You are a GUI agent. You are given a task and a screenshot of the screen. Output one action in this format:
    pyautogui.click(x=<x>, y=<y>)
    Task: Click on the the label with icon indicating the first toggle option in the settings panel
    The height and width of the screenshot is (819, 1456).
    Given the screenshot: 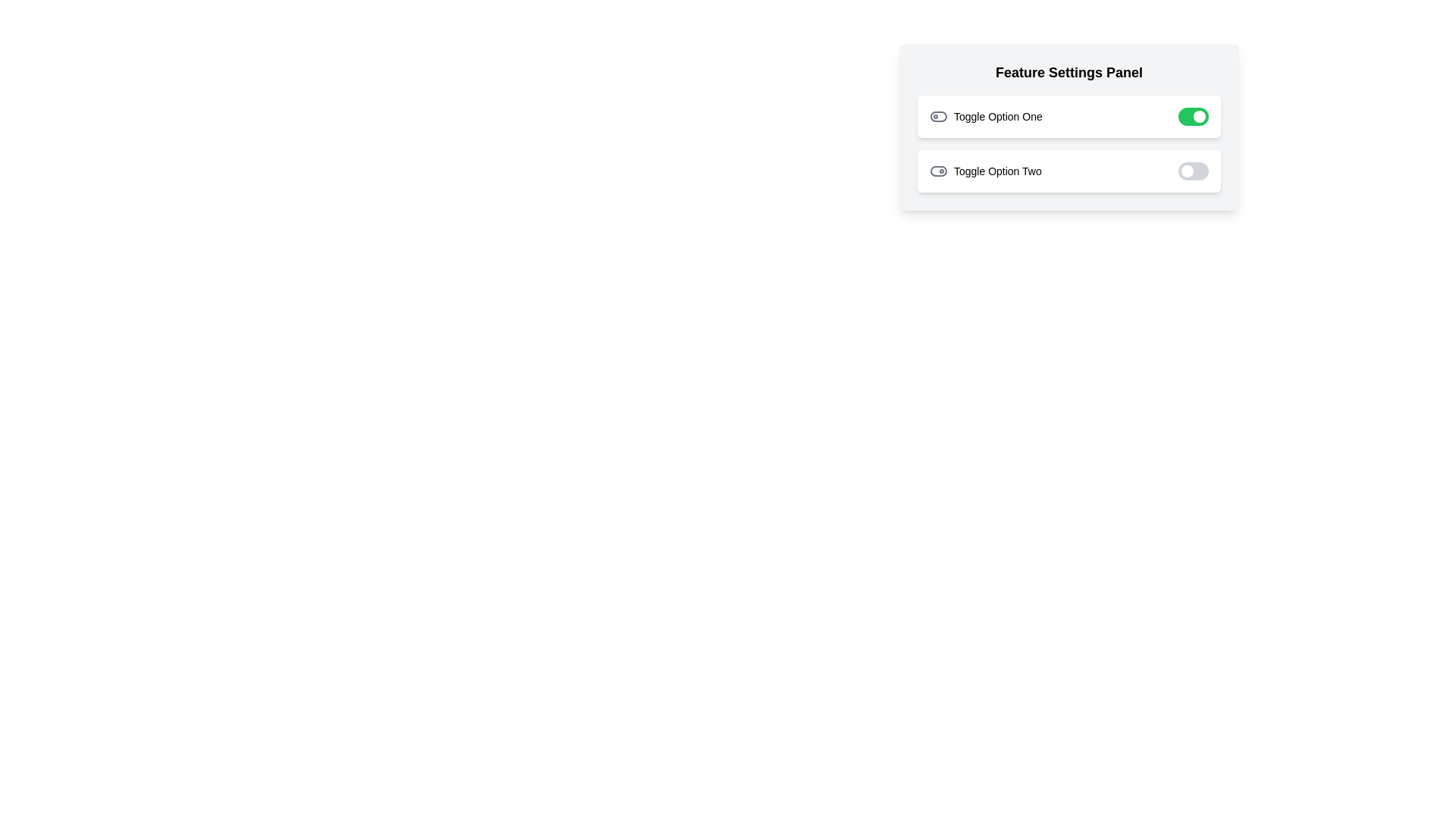 What is the action you would take?
    pyautogui.click(x=986, y=116)
    